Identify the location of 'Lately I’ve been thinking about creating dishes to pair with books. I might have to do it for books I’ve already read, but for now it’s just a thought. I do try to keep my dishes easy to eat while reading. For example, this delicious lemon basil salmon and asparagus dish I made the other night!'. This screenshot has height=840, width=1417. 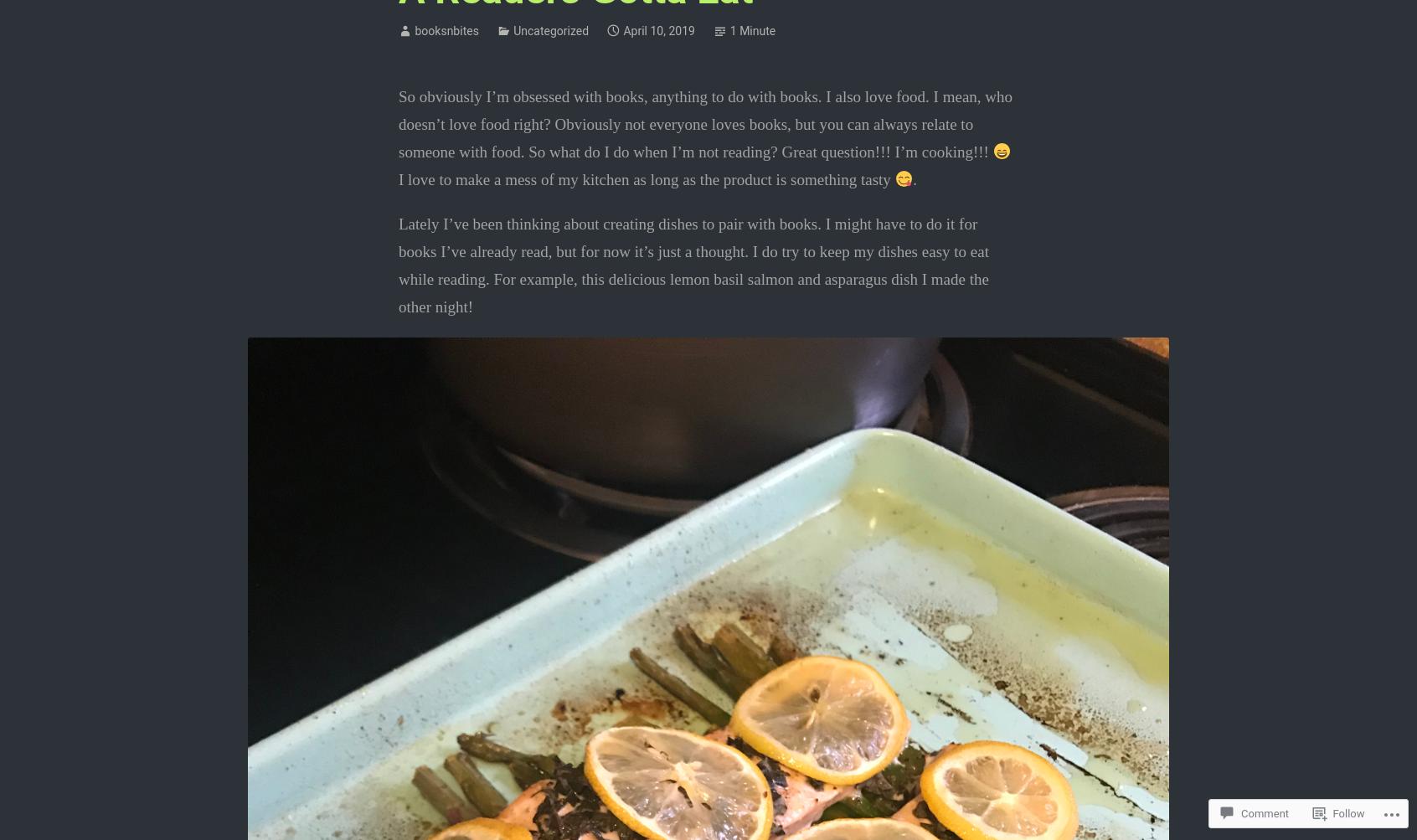
(693, 264).